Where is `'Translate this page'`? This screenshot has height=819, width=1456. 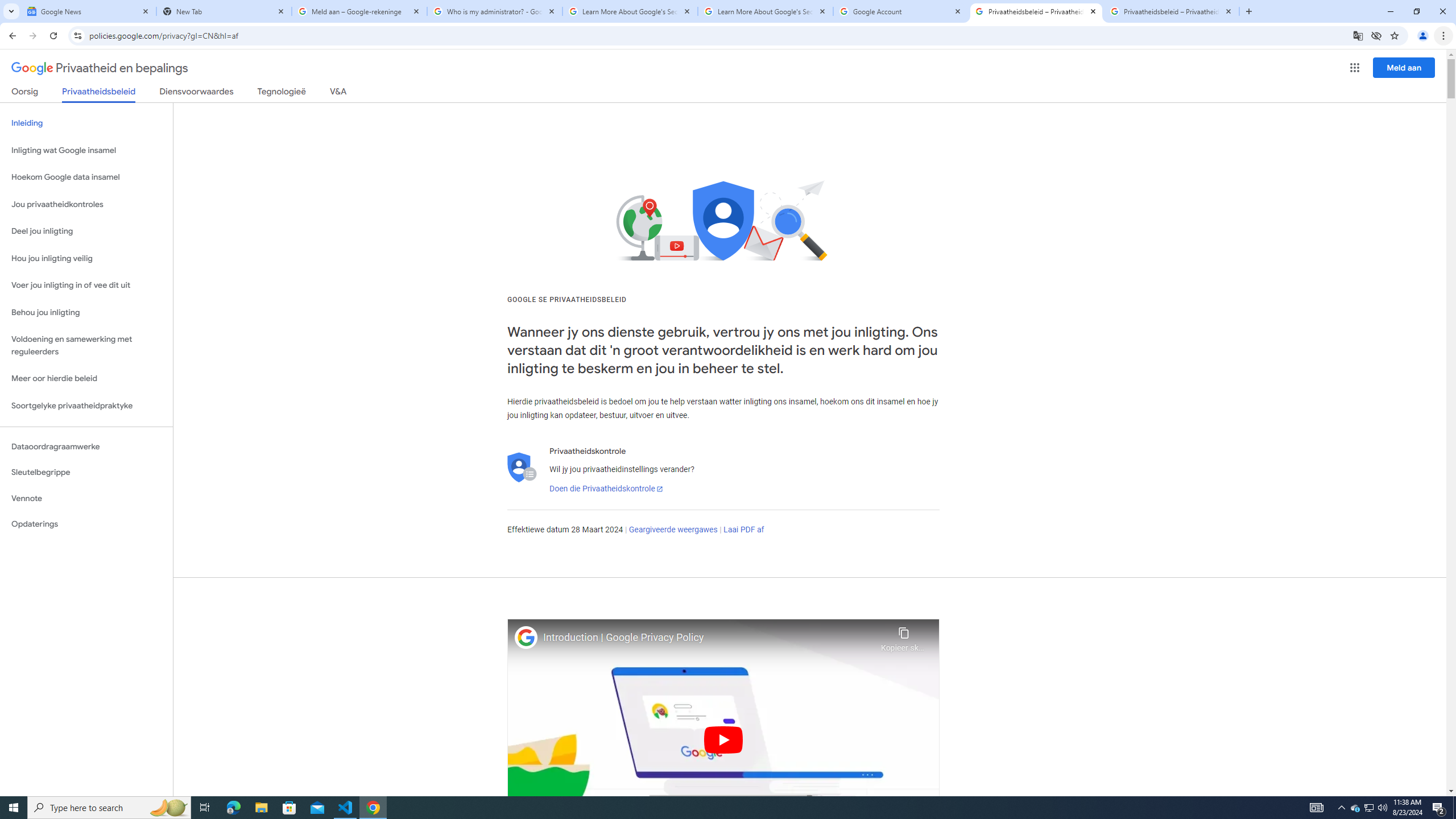 'Translate this page' is located at coordinates (1358, 35).